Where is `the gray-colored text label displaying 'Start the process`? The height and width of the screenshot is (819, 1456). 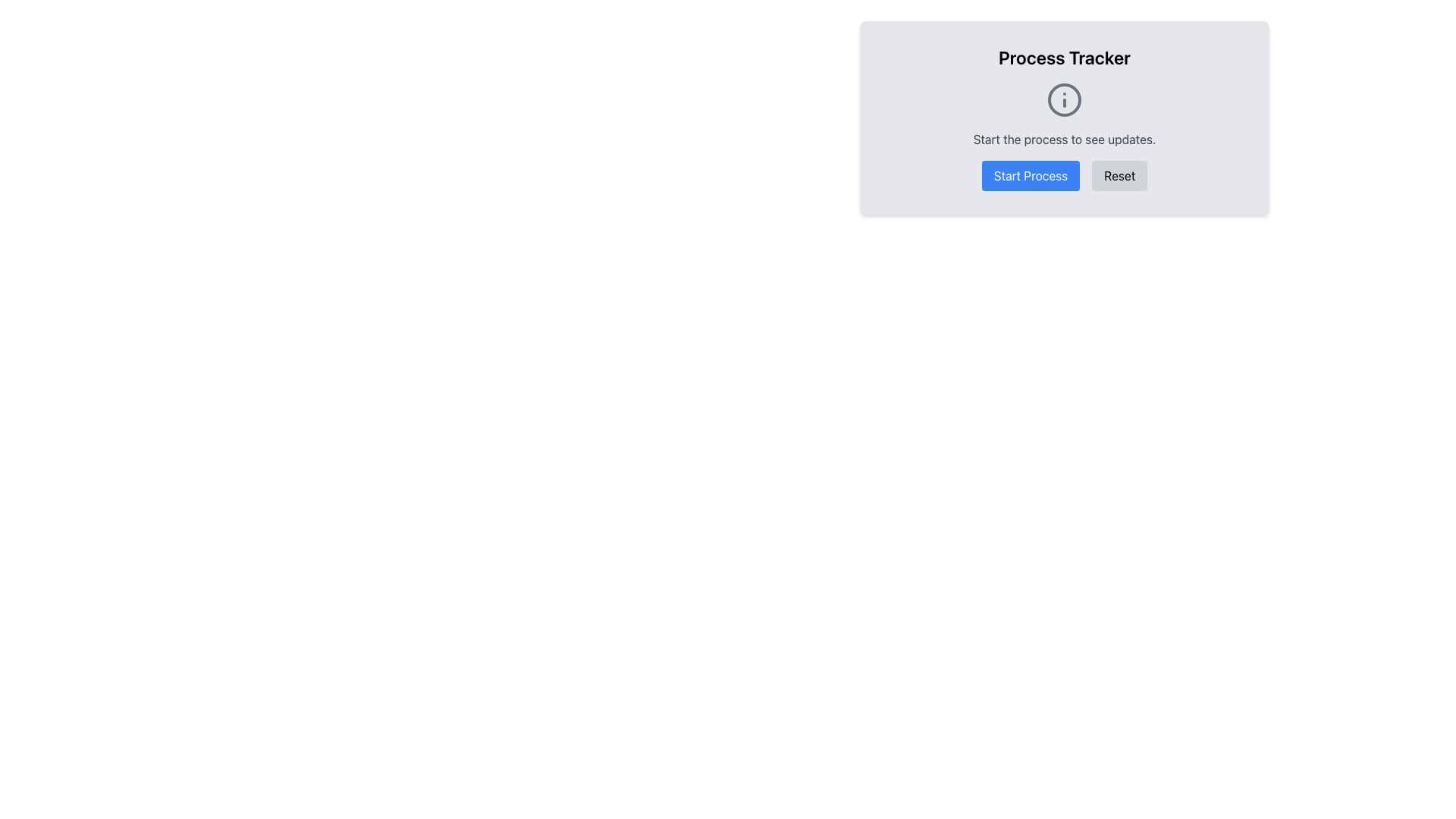
the gray-colored text label displaying 'Start the process is located at coordinates (1063, 140).